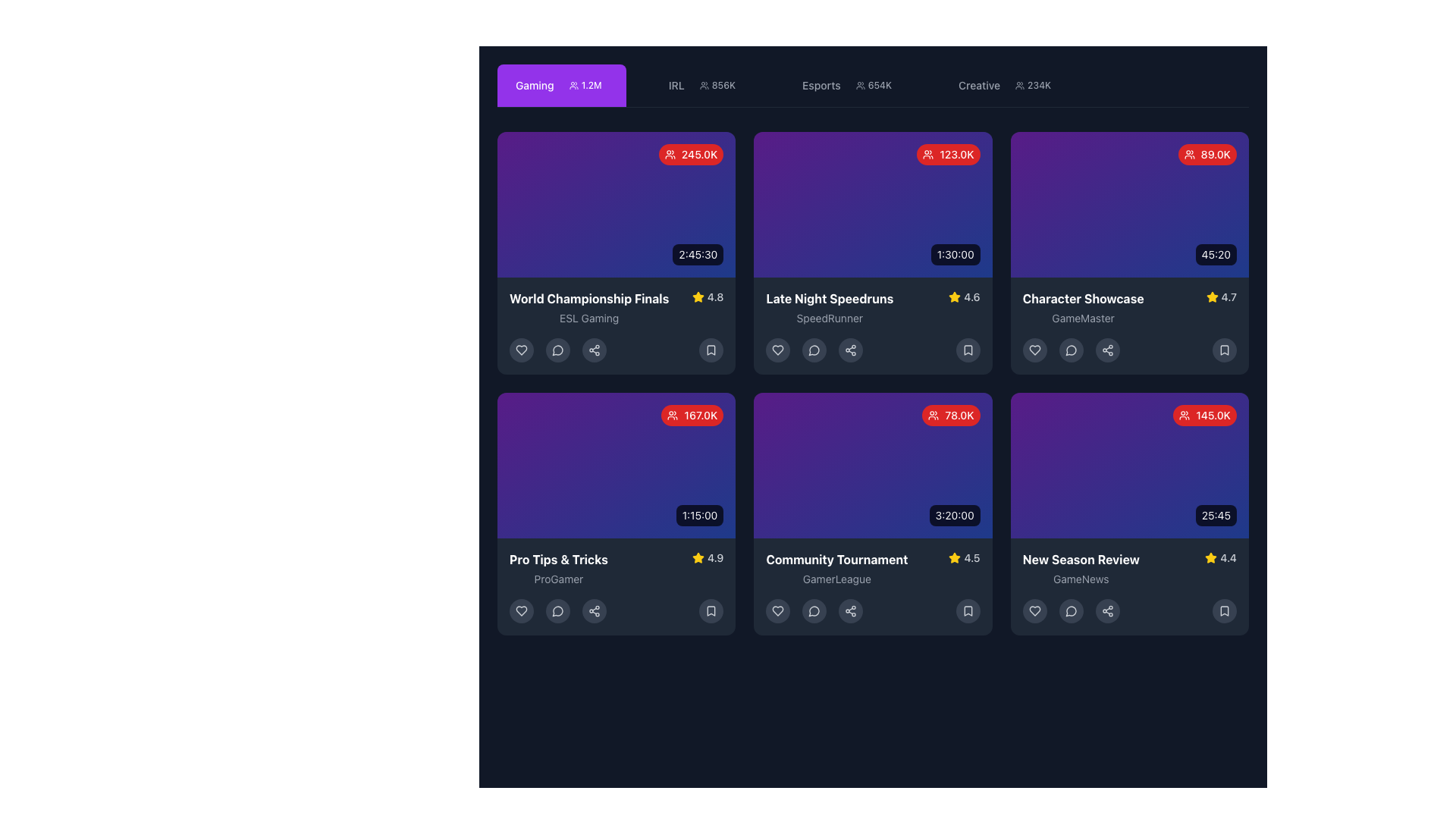  Describe the element at coordinates (1034, 610) in the screenshot. I see `the heart-shaped icon located at the bottom section of the rightmost card` at that location.